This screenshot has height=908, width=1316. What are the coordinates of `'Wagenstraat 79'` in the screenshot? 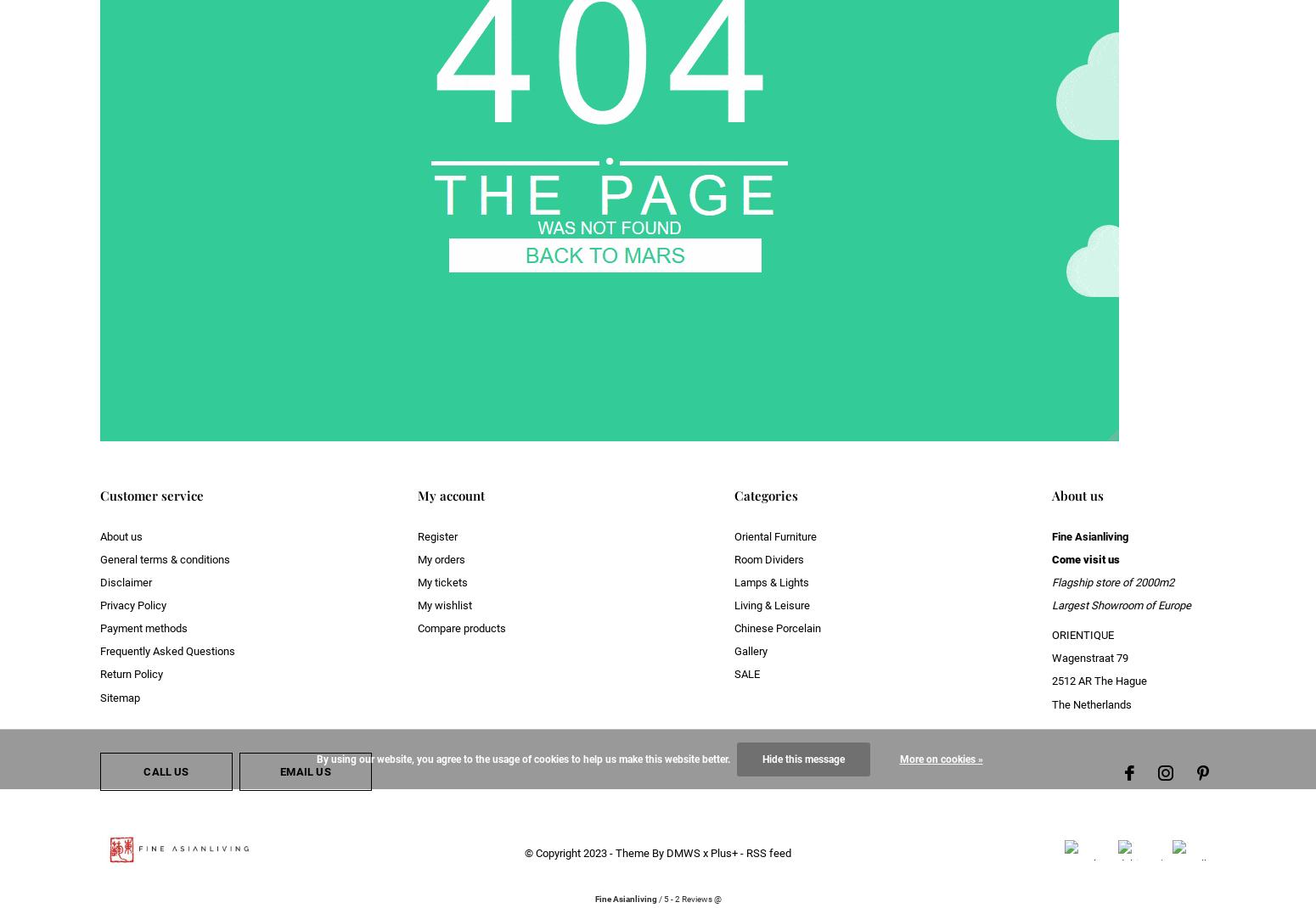 It's located at (1088, 657).